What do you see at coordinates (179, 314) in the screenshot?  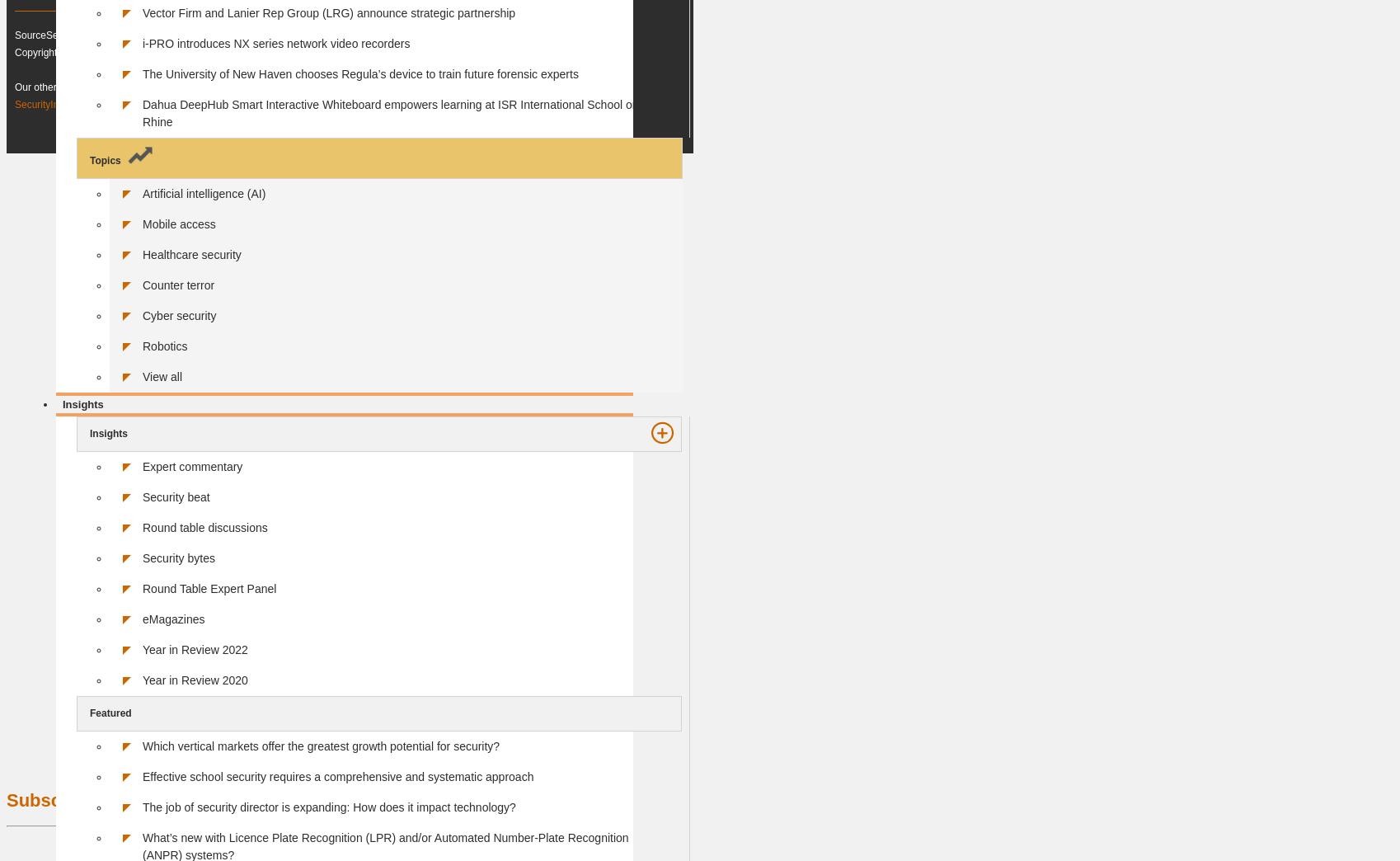 I see `'Cyber security'` at bounding box center [179, 314].